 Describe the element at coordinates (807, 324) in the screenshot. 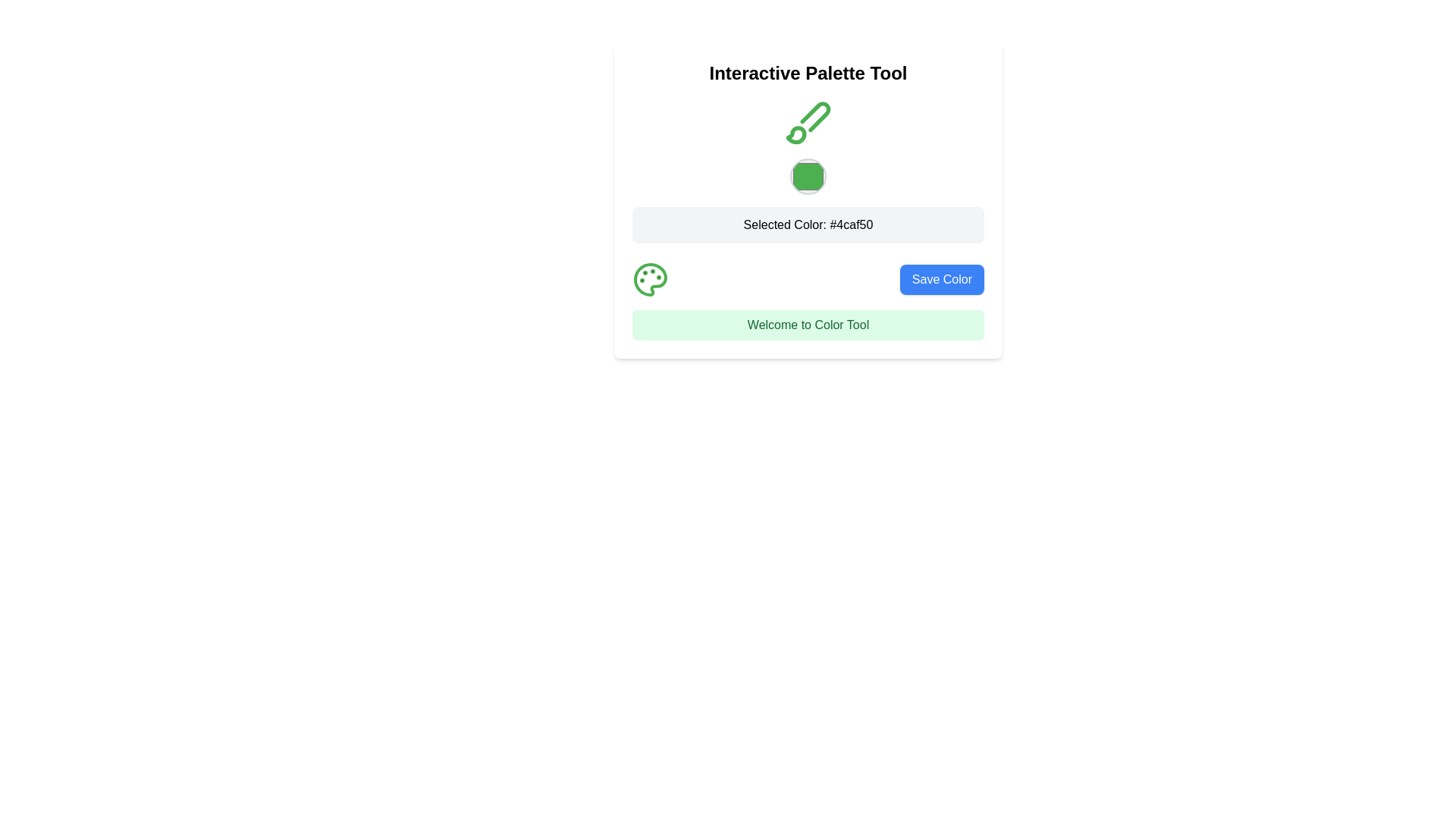

I see `the informational text box with a light green background that reads 'Welcome to Color Tool' to read the text` at that location.